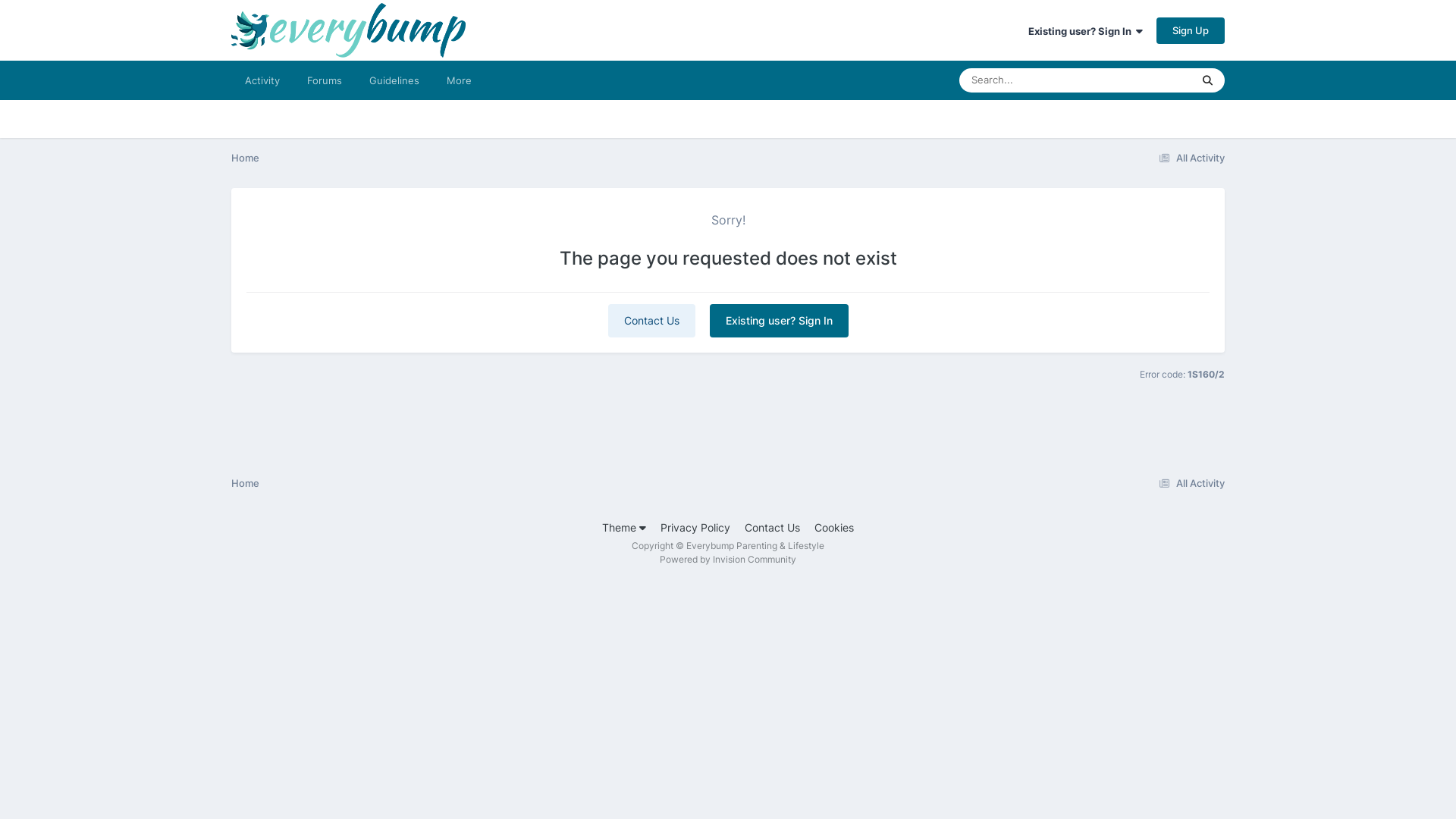  I want to click on 'Guidelines', so click(394, 80).